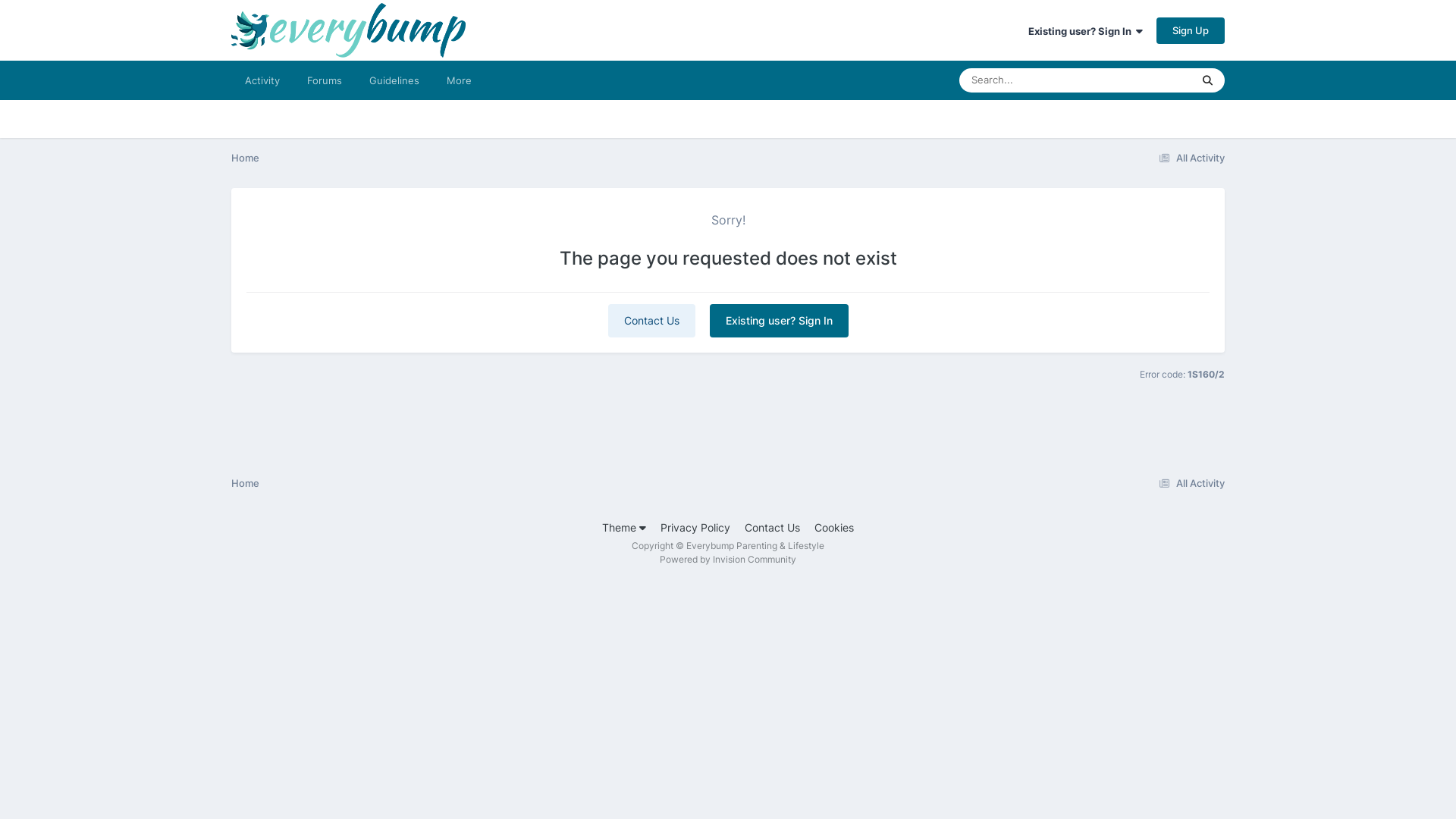  I want to click on 'Guidelines', so click(394, 80).